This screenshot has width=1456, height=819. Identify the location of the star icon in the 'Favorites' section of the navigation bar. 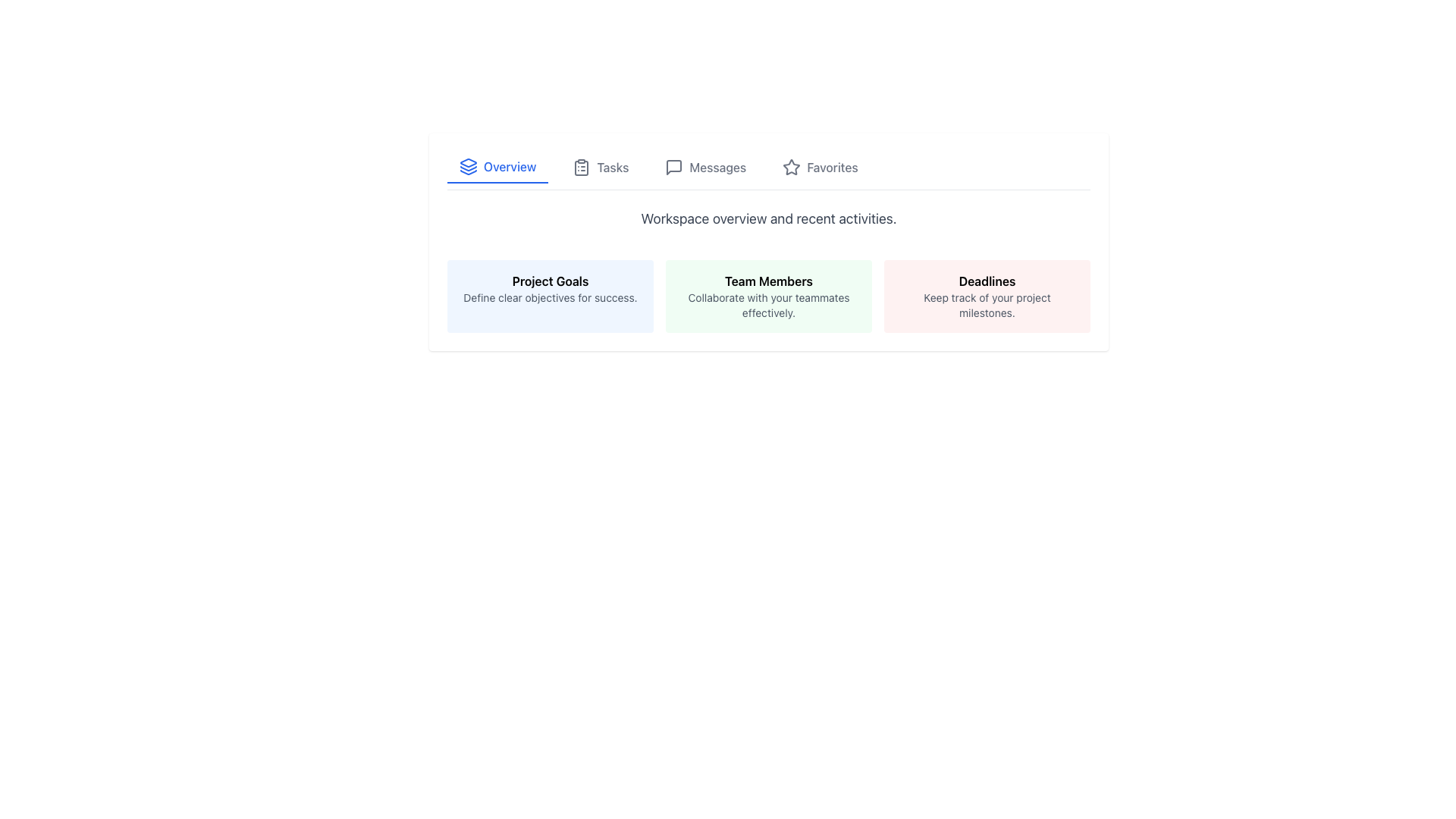
(791, 167).